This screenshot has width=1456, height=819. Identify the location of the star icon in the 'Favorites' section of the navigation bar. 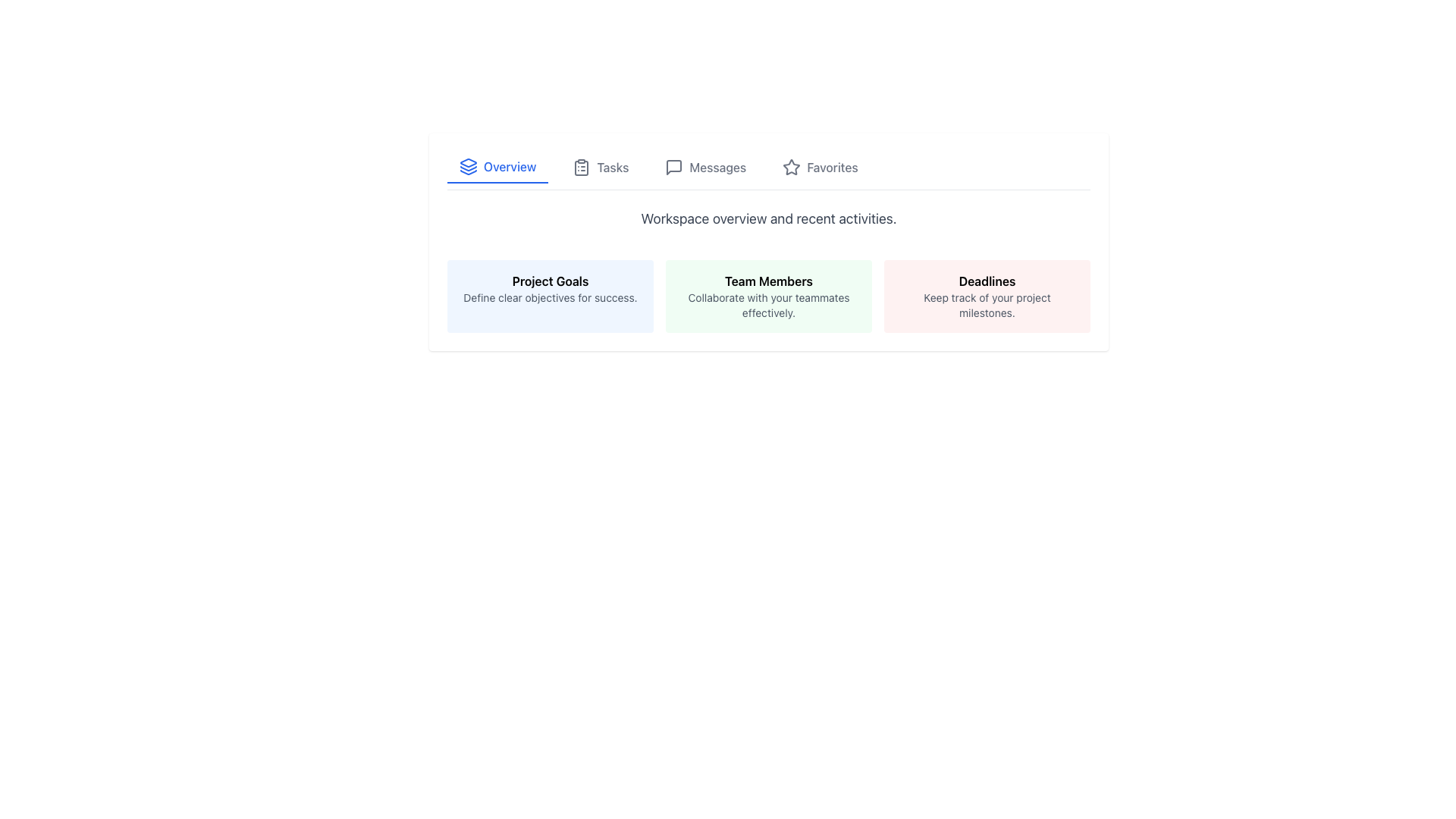
(791, 167).